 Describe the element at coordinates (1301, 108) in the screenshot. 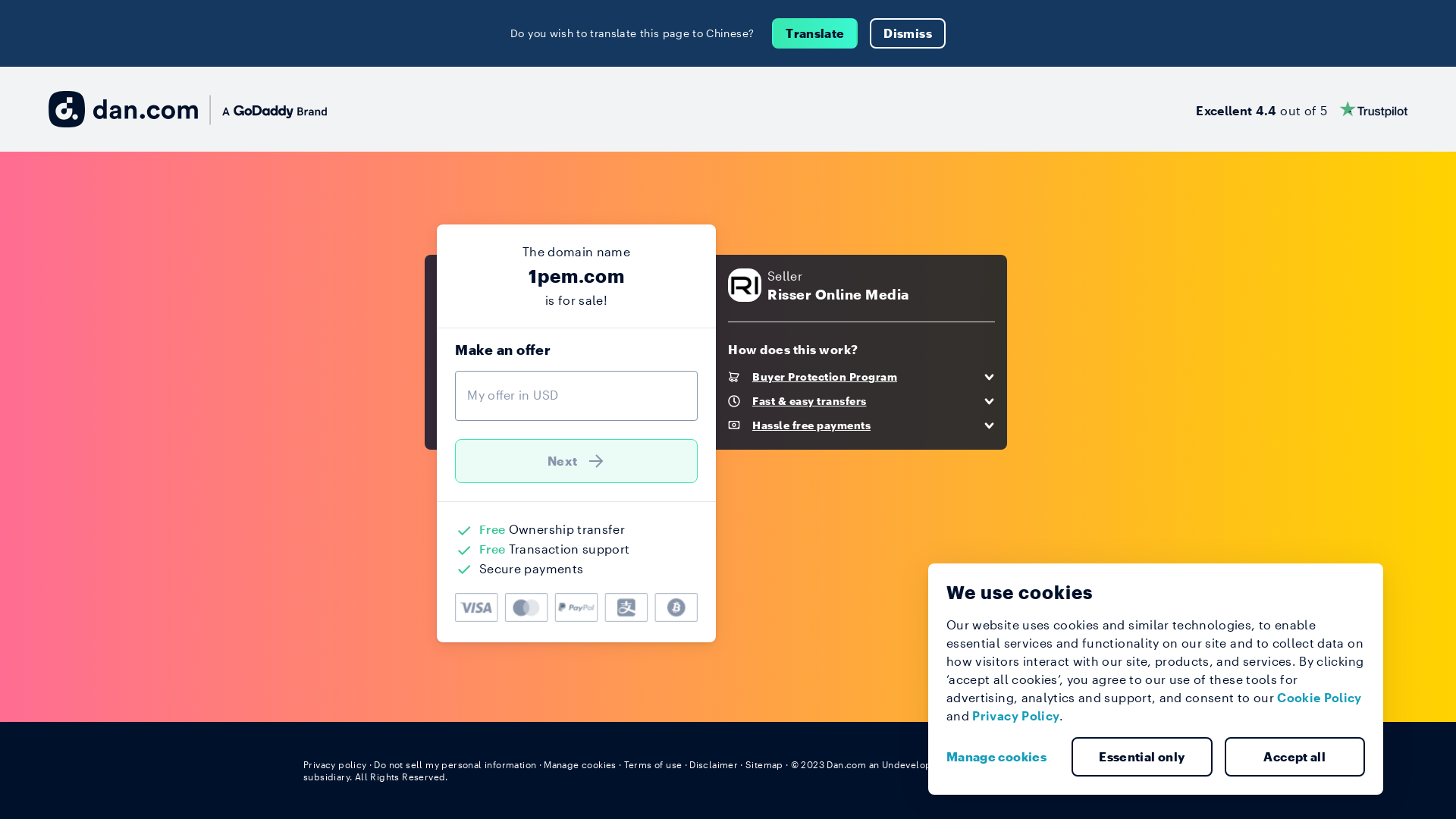

I see `'Excellent 4.4 out of 5'` at that location.